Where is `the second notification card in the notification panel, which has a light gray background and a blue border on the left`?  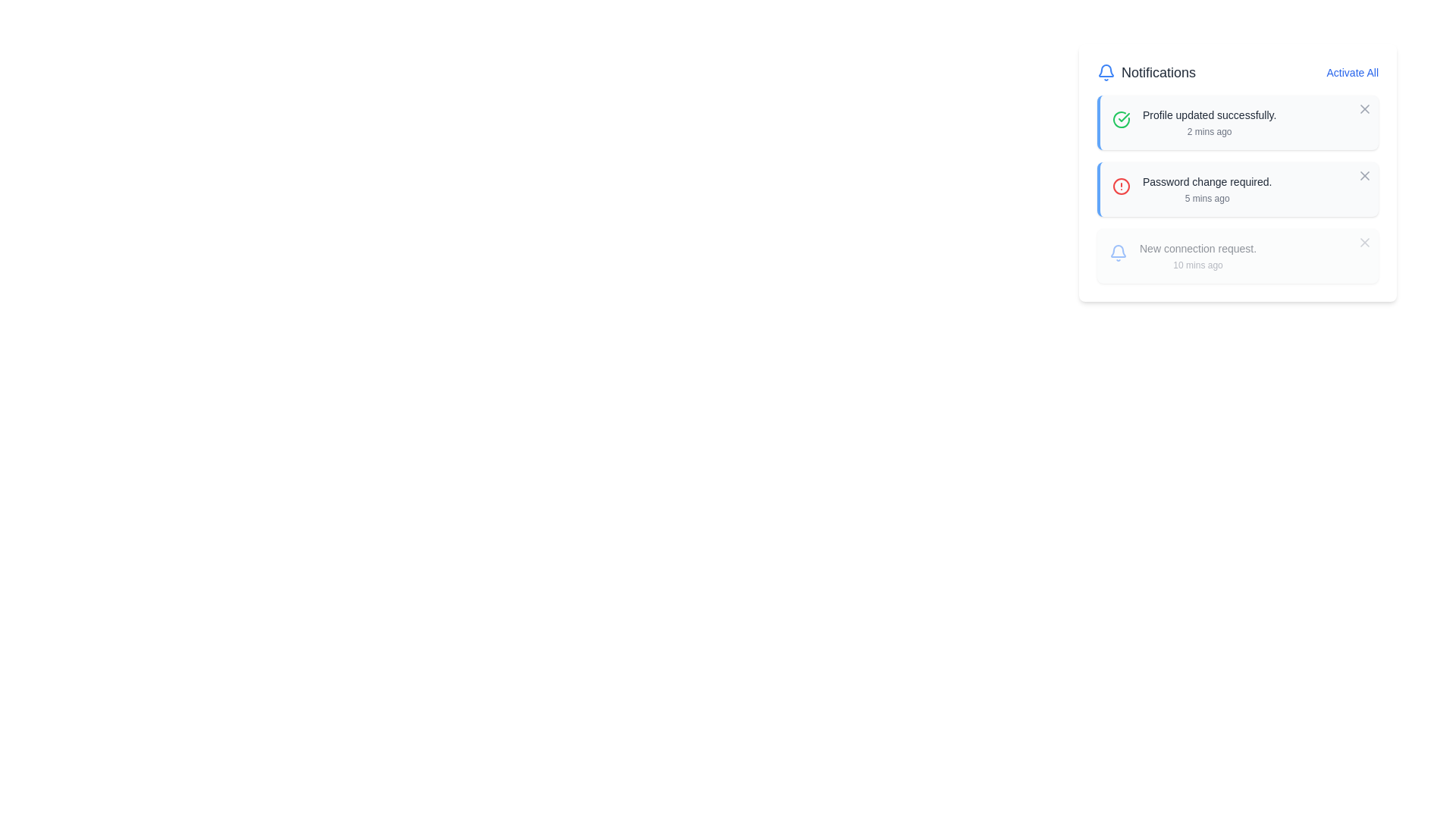 the second notification card in the notification panel, which has a light gray background and a blue border on the left is located at coordinates (1238, 171).